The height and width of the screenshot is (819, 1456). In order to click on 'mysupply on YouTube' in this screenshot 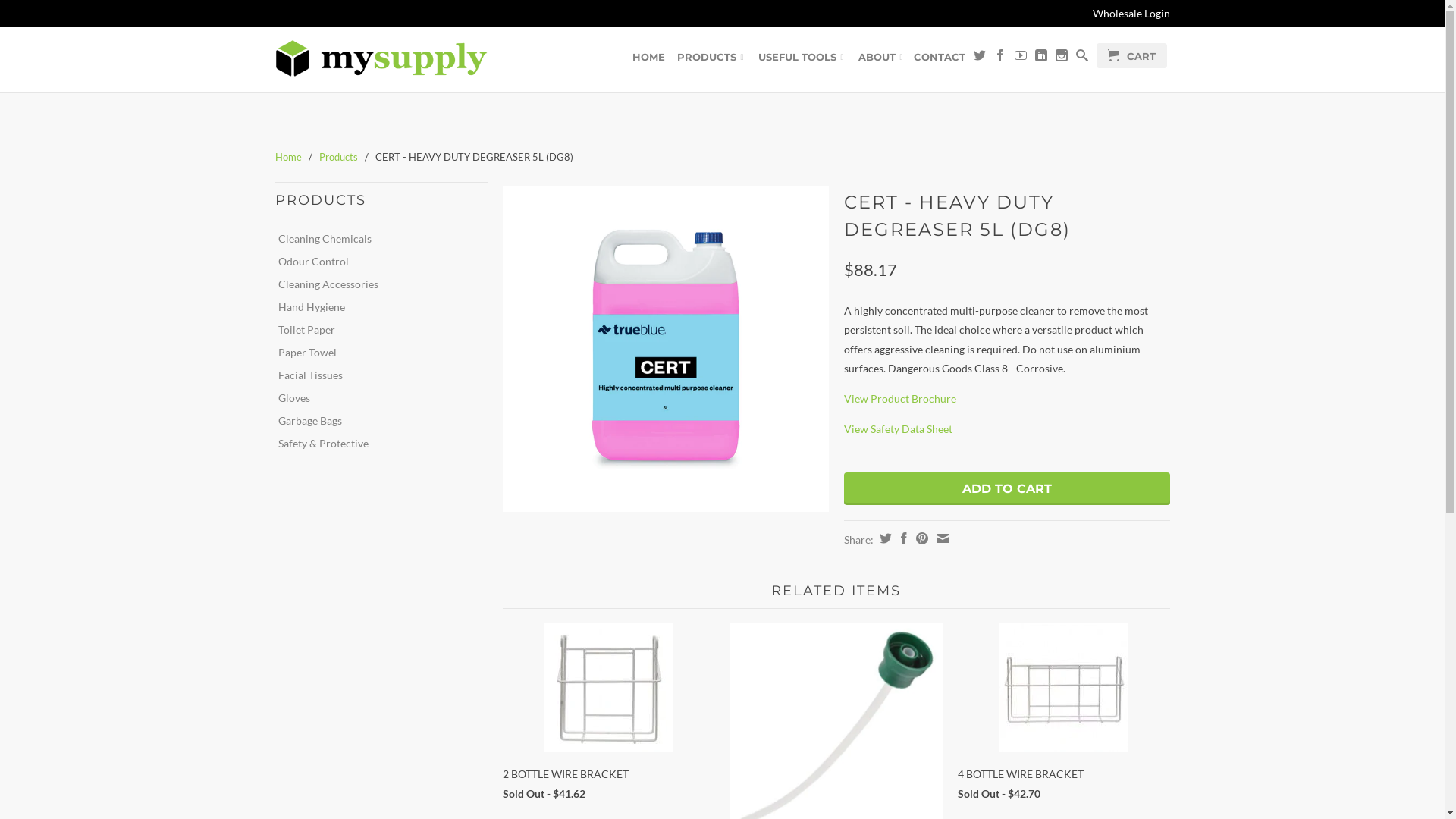, I will do `click(1020, 58)`.